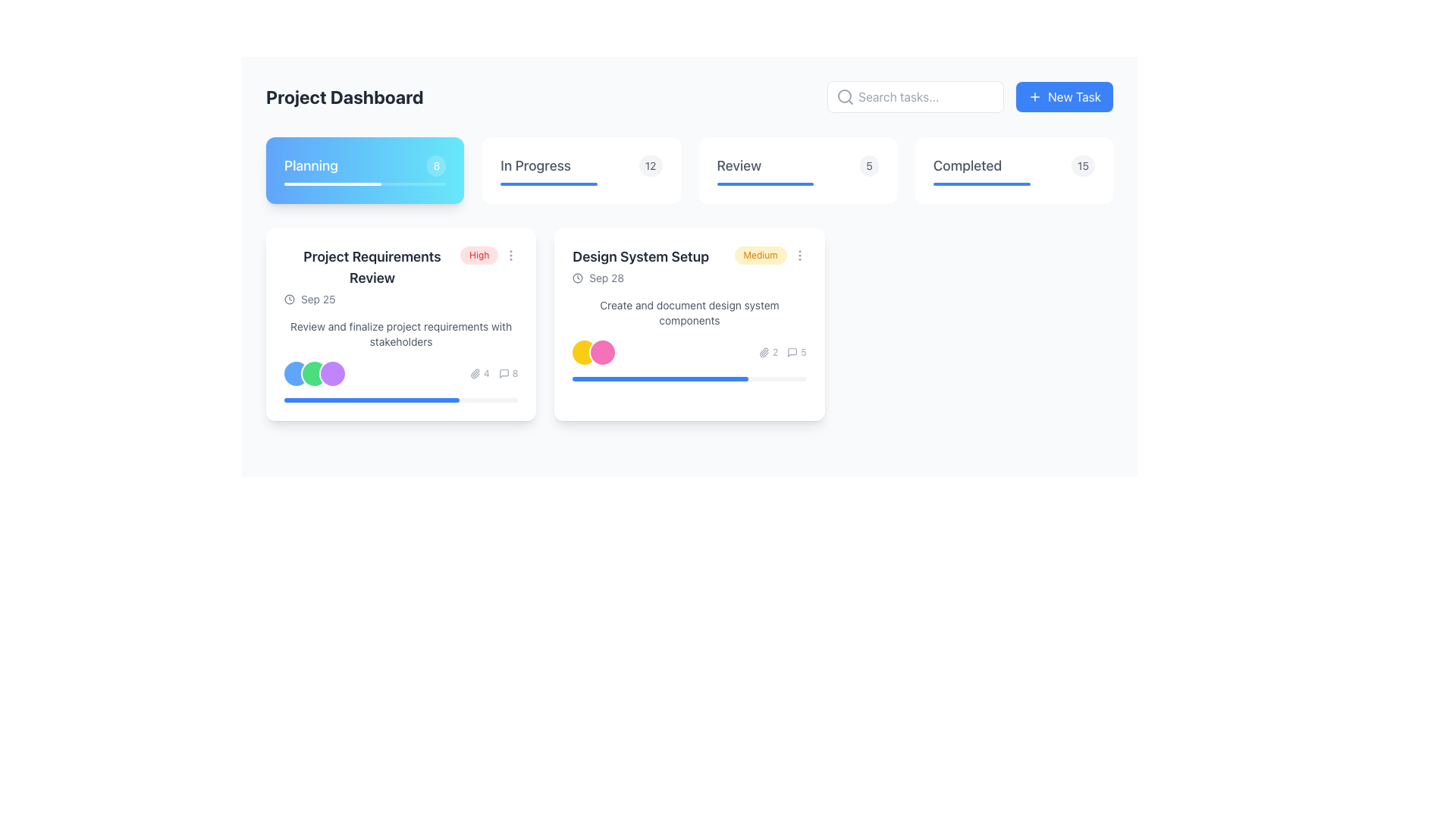 This screenshot has height=819, width=1456. I want to click on the interactive card labeled 'Review5' in the Project Dashboard section, so click(797, 170).